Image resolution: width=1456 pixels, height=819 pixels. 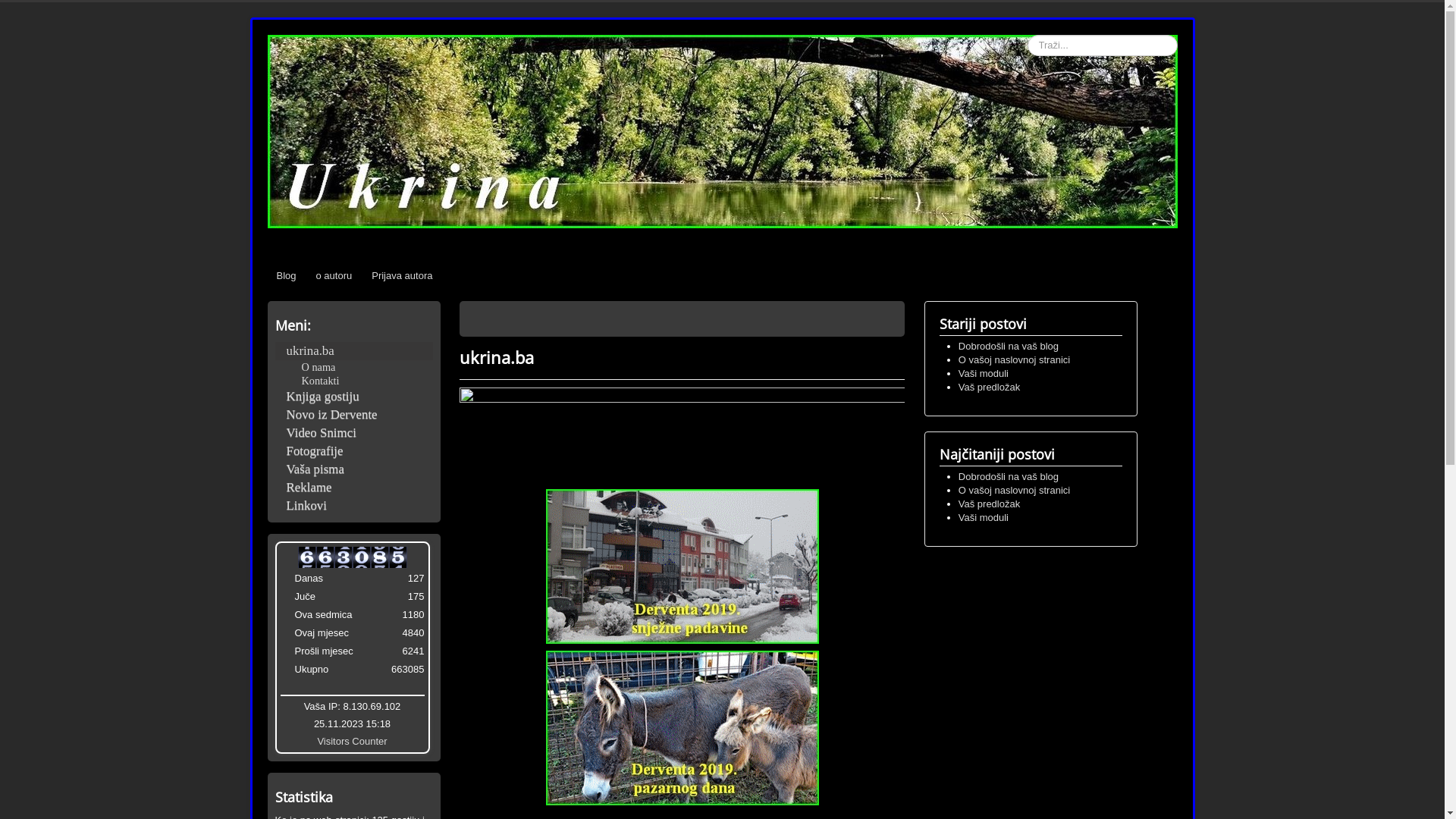 What do you see at coordinates (274, 488) in the screenshot?
I see `'Reklame'` at bounding box center [274, 488].